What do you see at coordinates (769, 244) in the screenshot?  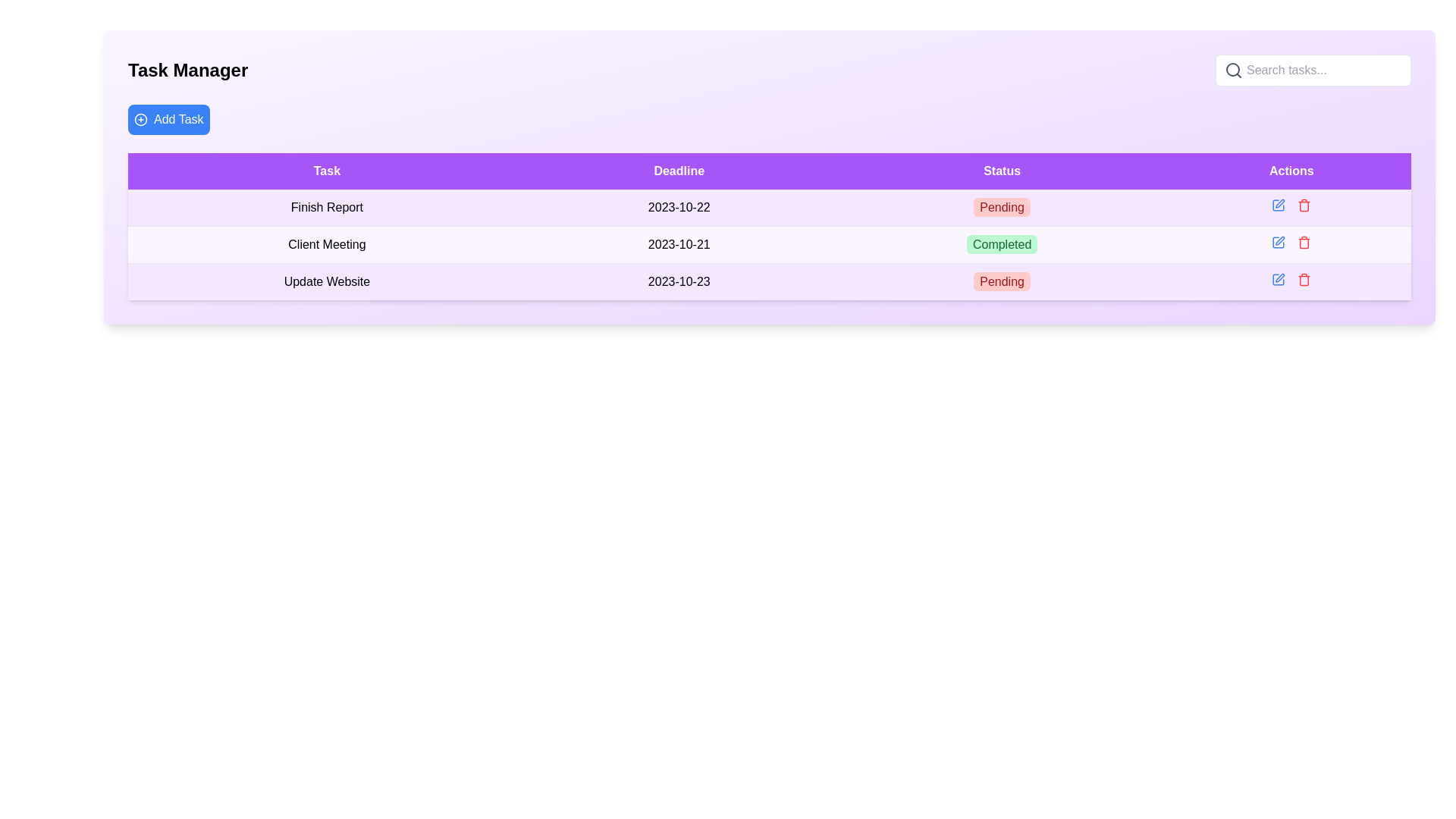 I see `the second table row containing the task 'Client Meeting', which includes the date '2023-10-21' and status 'Completed'` at bounding box center [769, 244].